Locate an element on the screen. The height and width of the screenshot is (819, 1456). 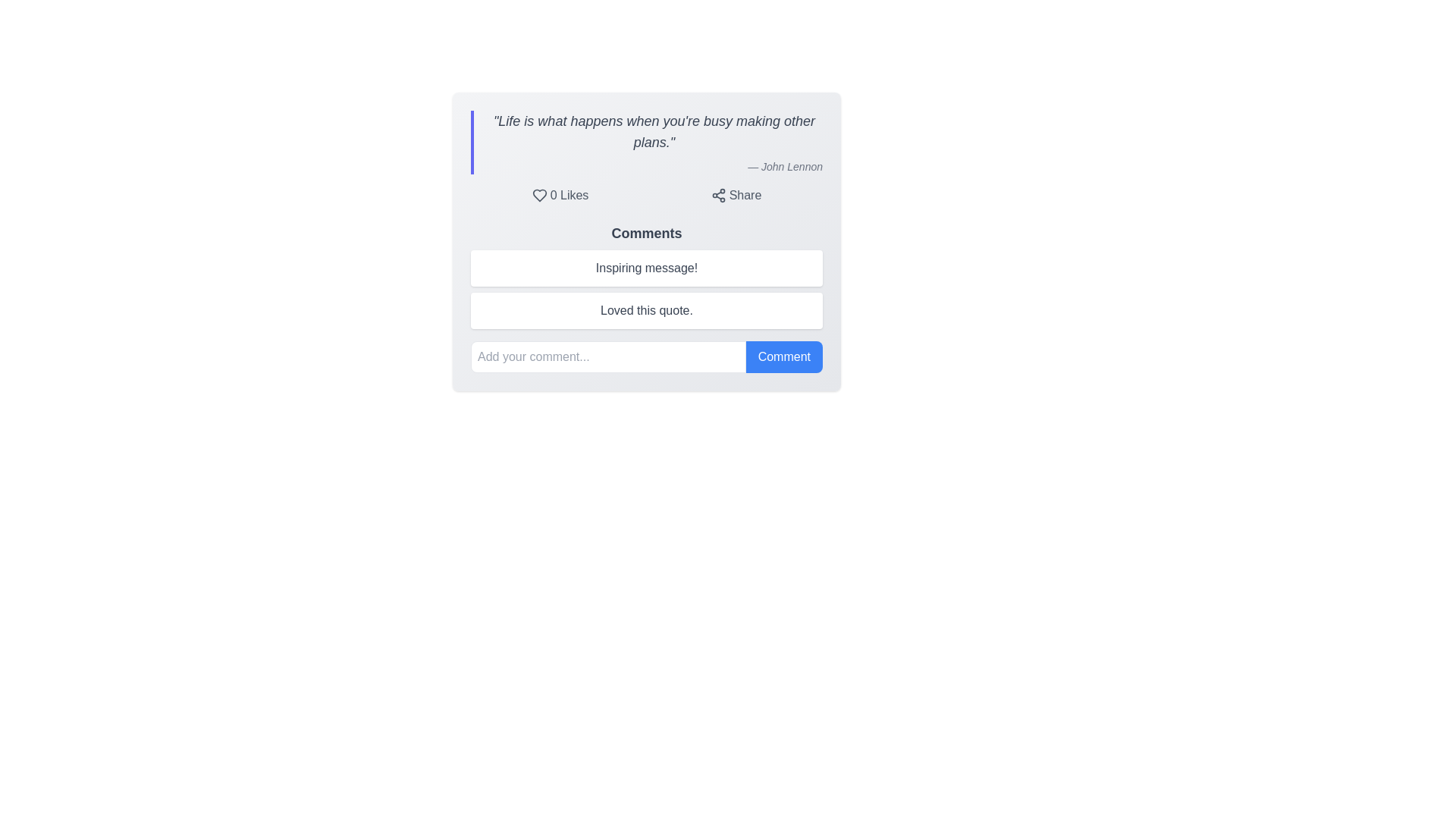
the 'Share' button with a small share icon, located to the right of the '0 Likes' button, to change its text color to blue is located at coordinates (736, 195).